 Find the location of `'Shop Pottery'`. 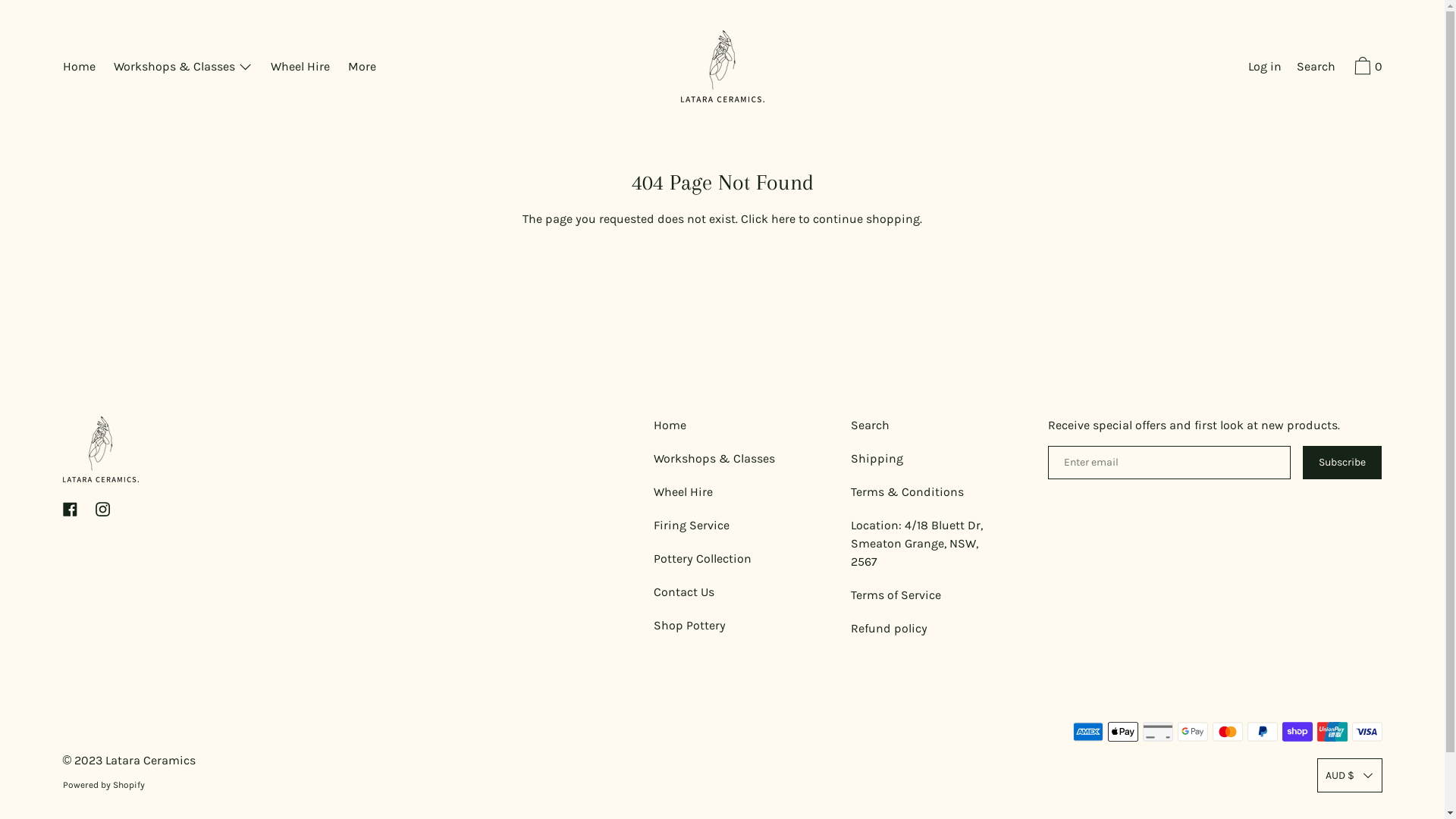

'Shop Pottery' is located at coordinates (689, 626).